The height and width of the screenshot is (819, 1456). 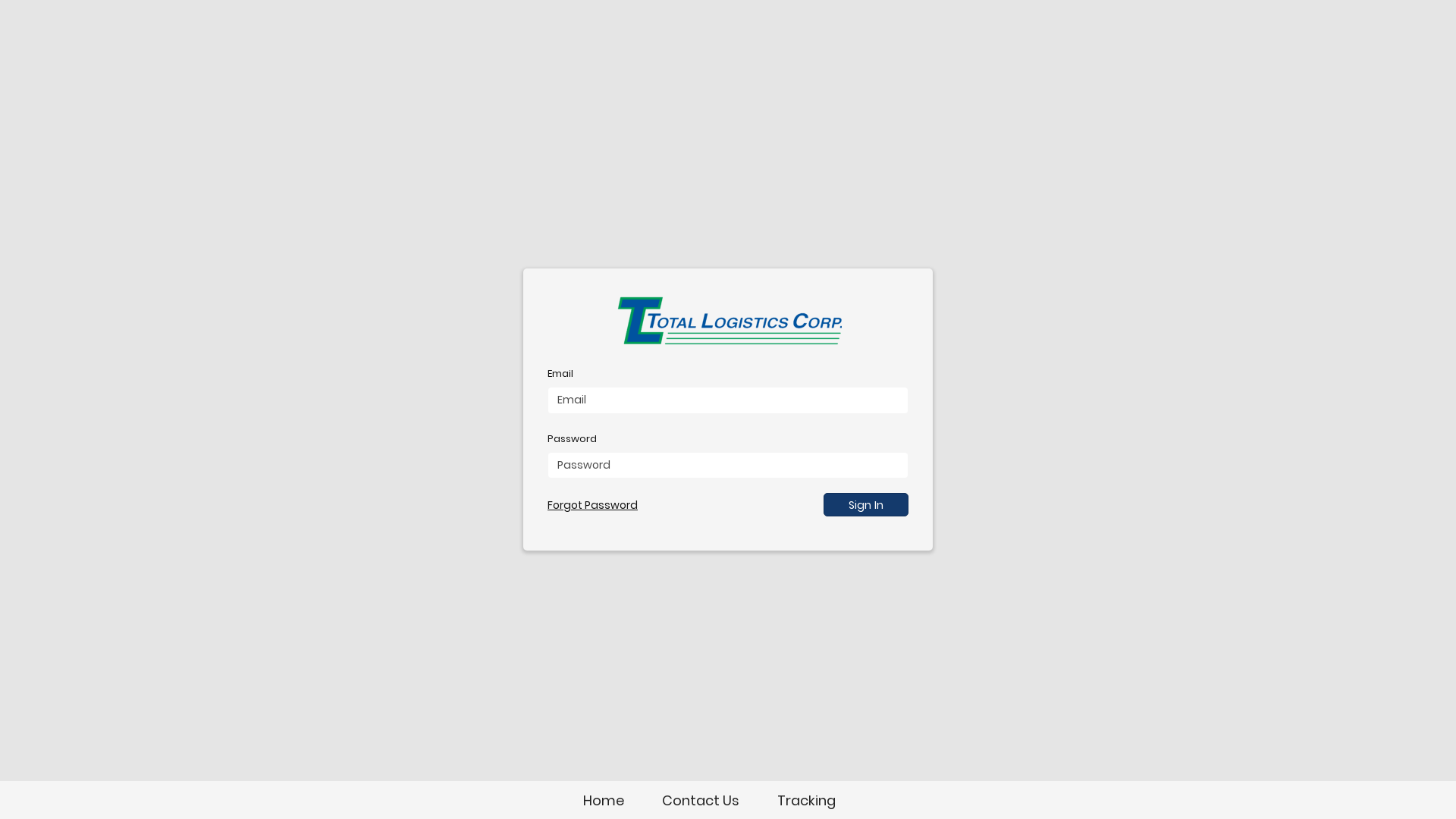 What do you see at coordinates (698, 799) in the screenshot?
I see `'Contact Us'` at bounding box center [698, 799].